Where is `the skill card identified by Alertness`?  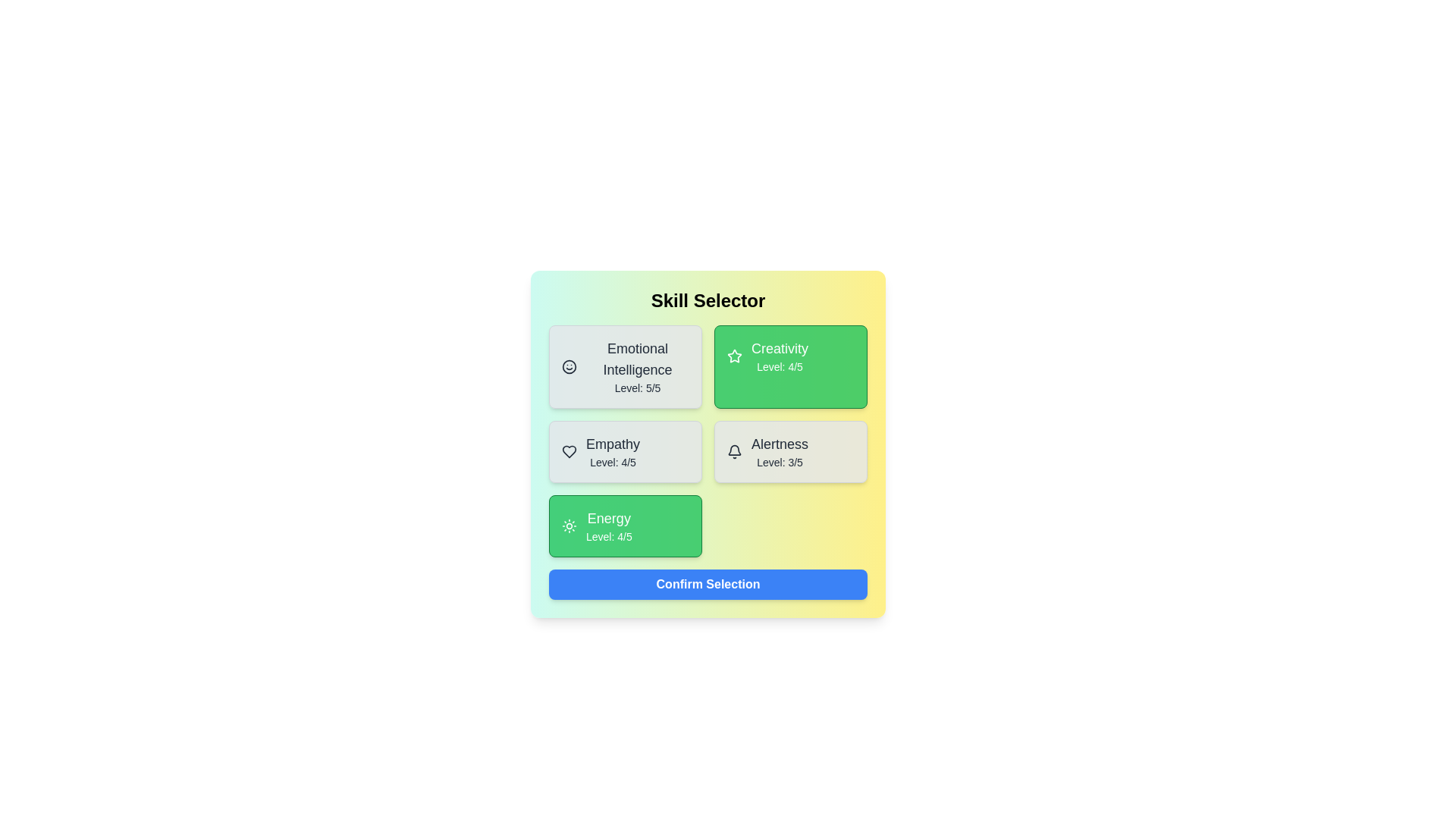
the skill card identified by Alertness is located at coordinates (789, 451).